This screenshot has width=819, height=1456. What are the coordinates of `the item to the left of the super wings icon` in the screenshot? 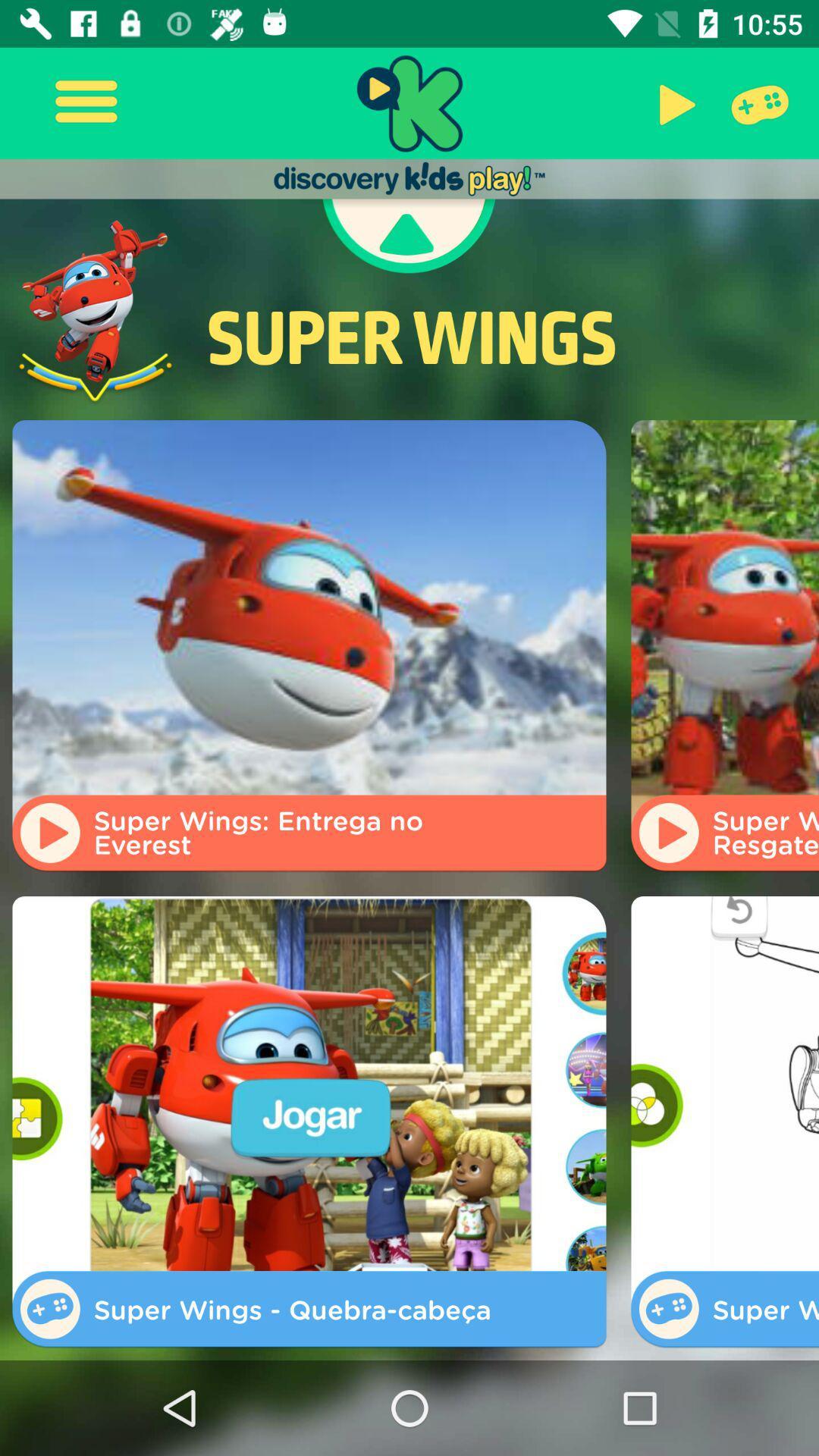 It's located at (96, 311).